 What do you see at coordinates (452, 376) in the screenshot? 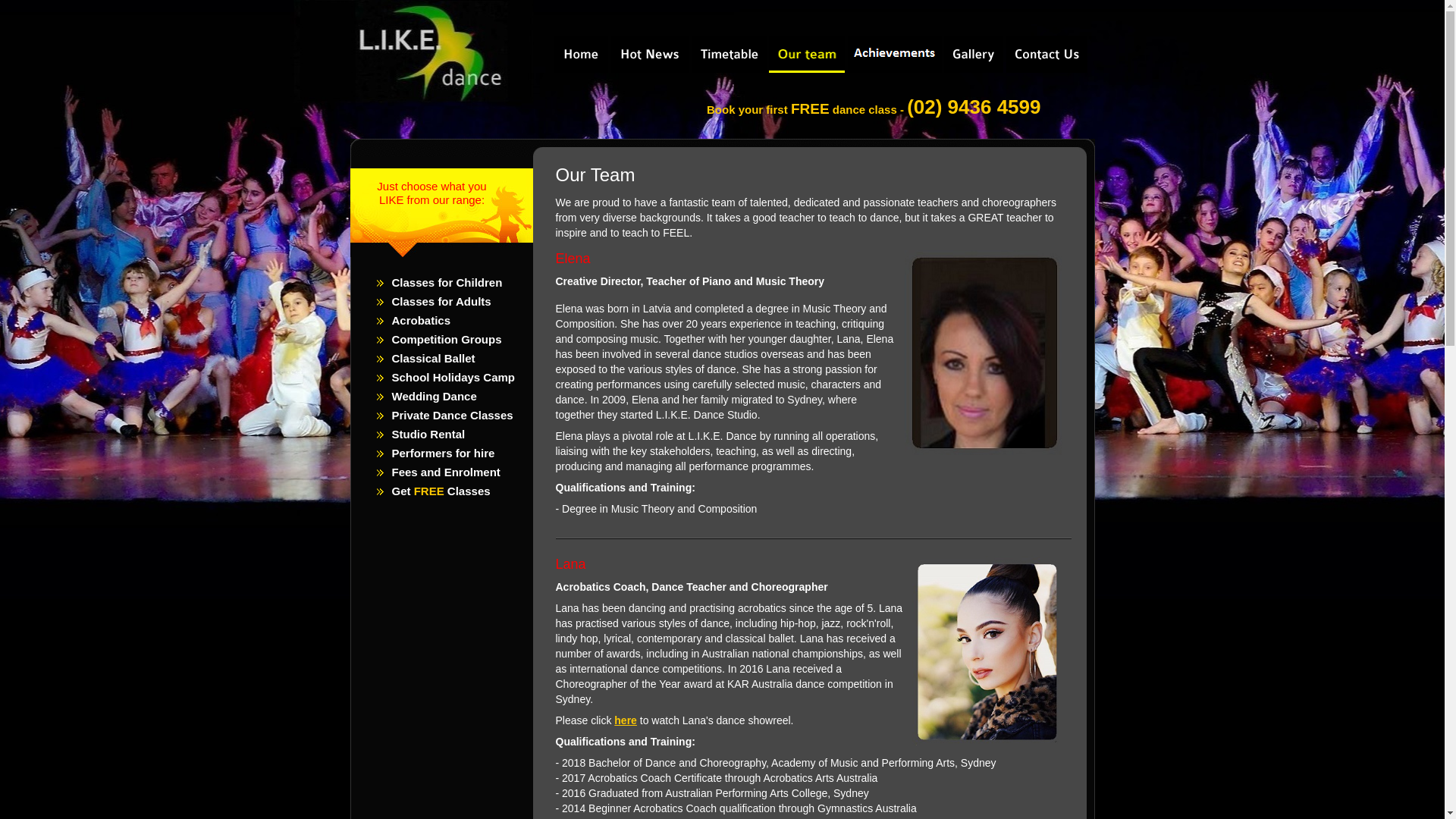
I see `'School Holidays Camp'` at bounding box center [452, 376].